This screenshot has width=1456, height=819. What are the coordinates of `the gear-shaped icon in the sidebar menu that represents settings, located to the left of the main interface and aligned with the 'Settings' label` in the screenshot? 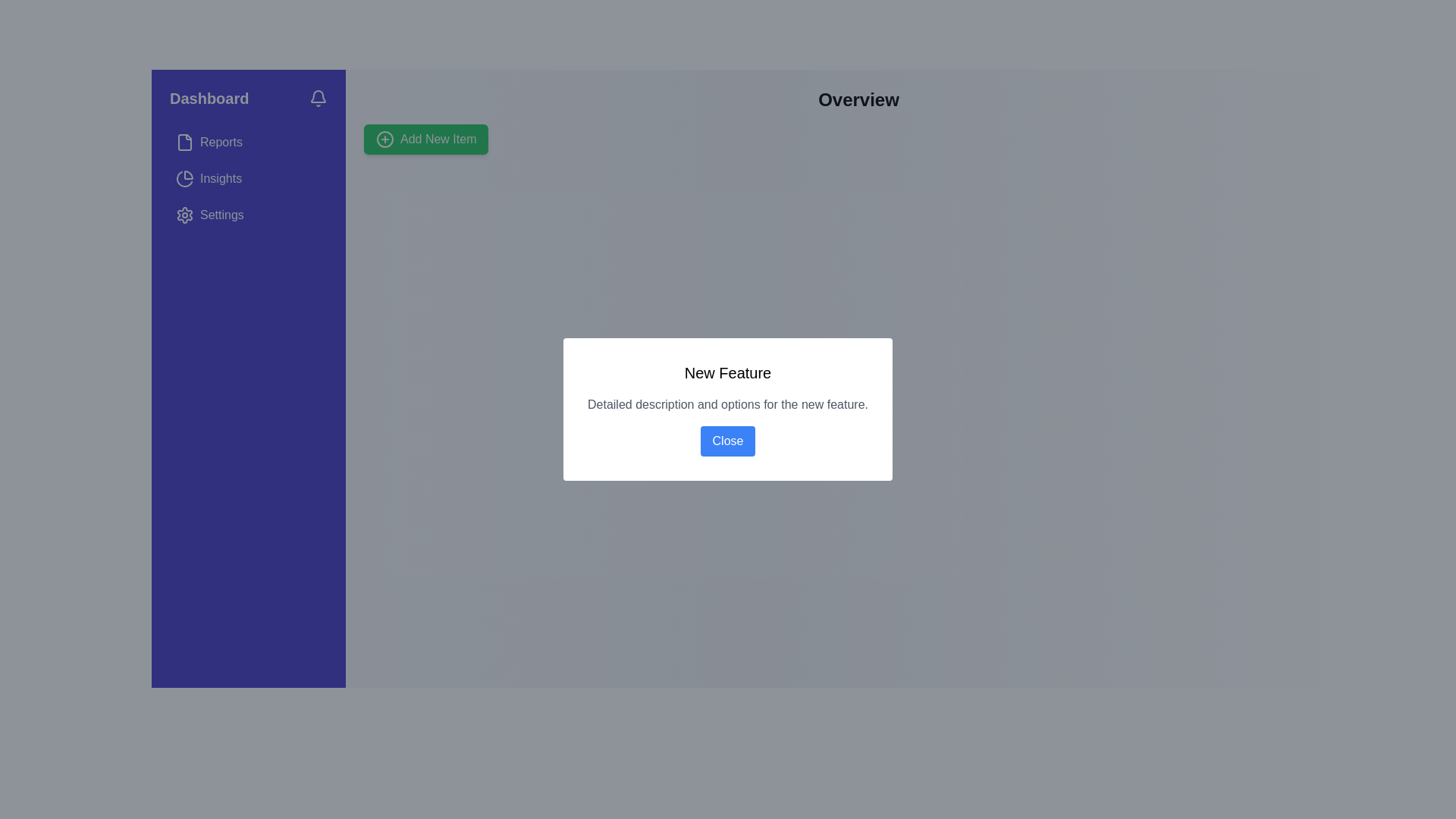 It's located at (184, 215).